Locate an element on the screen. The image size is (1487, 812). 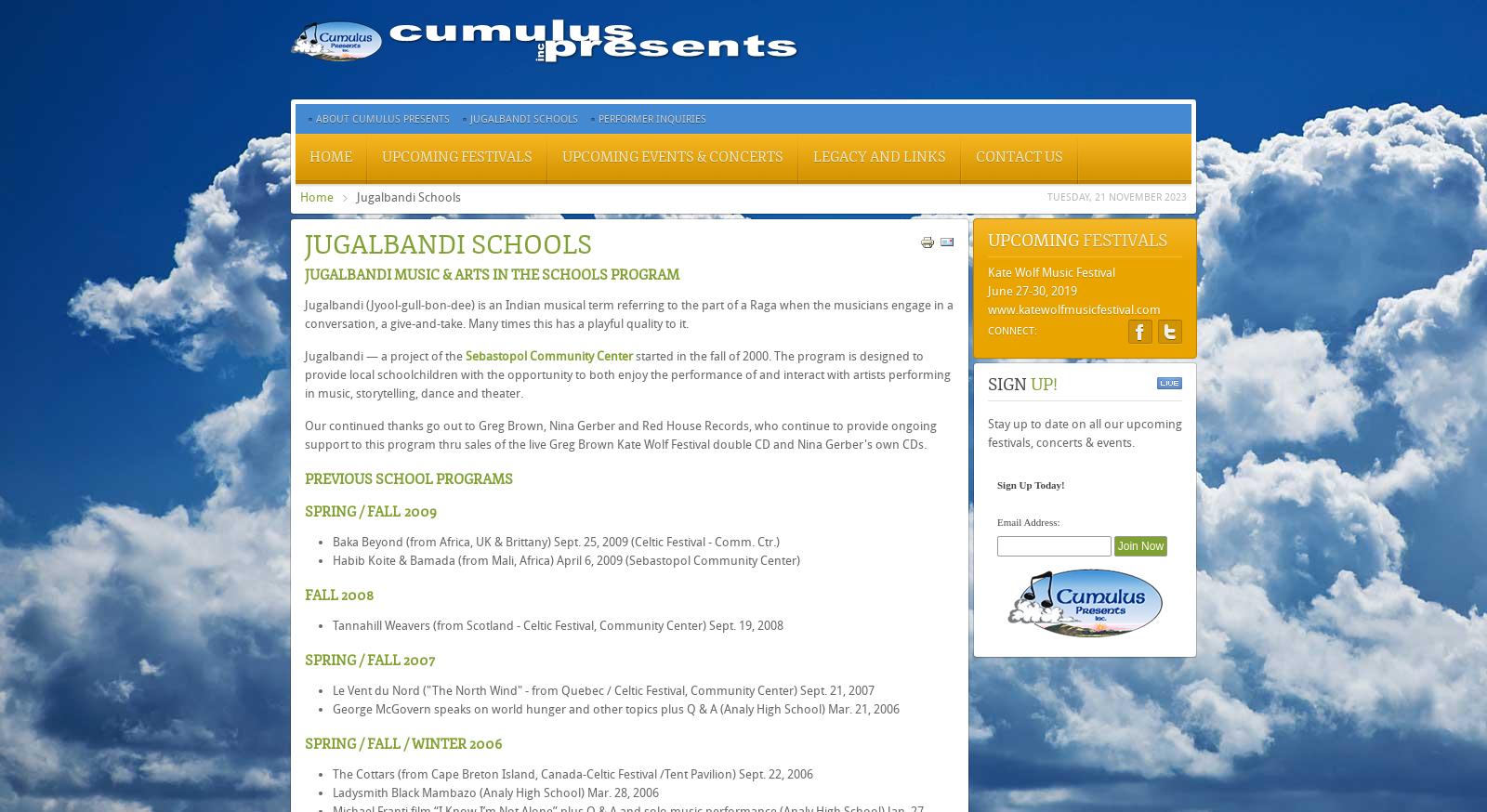
'About Cumulus Presents' is located at coordinates (316, 119).